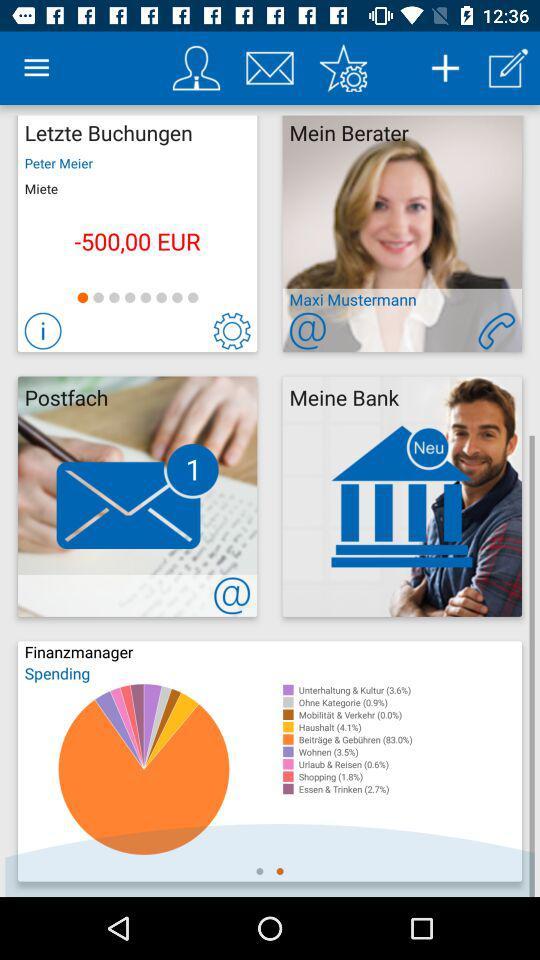 This screenshot has width=540, height=960. I want to click on the unterhaltung kultur 3 icon, so click(409, 690).